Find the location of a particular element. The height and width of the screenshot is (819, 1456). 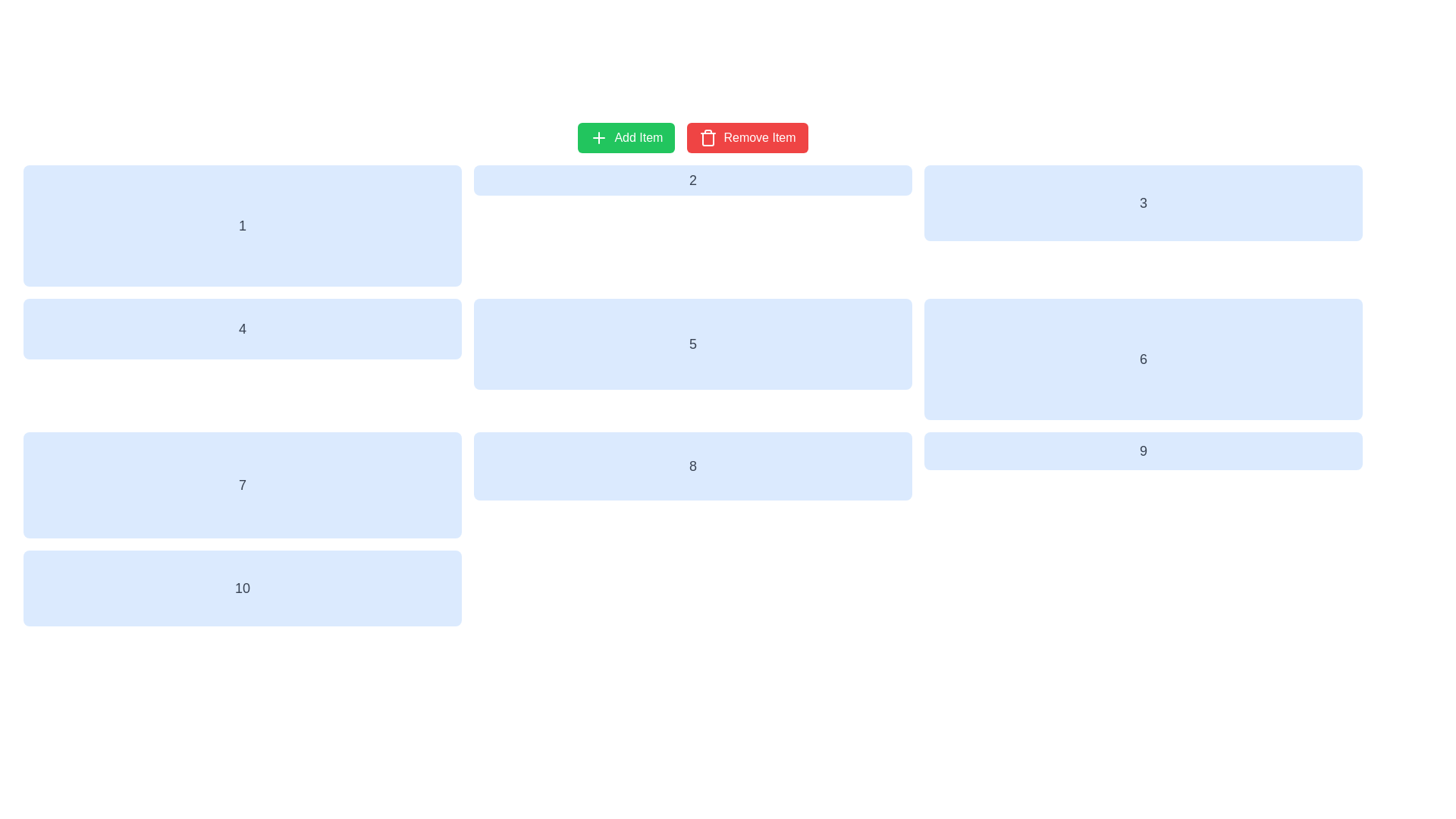

the Static Number Display indicating the number 7, located in the second column-first row of the last complete row in a grid is located at coordinates (243, 485).